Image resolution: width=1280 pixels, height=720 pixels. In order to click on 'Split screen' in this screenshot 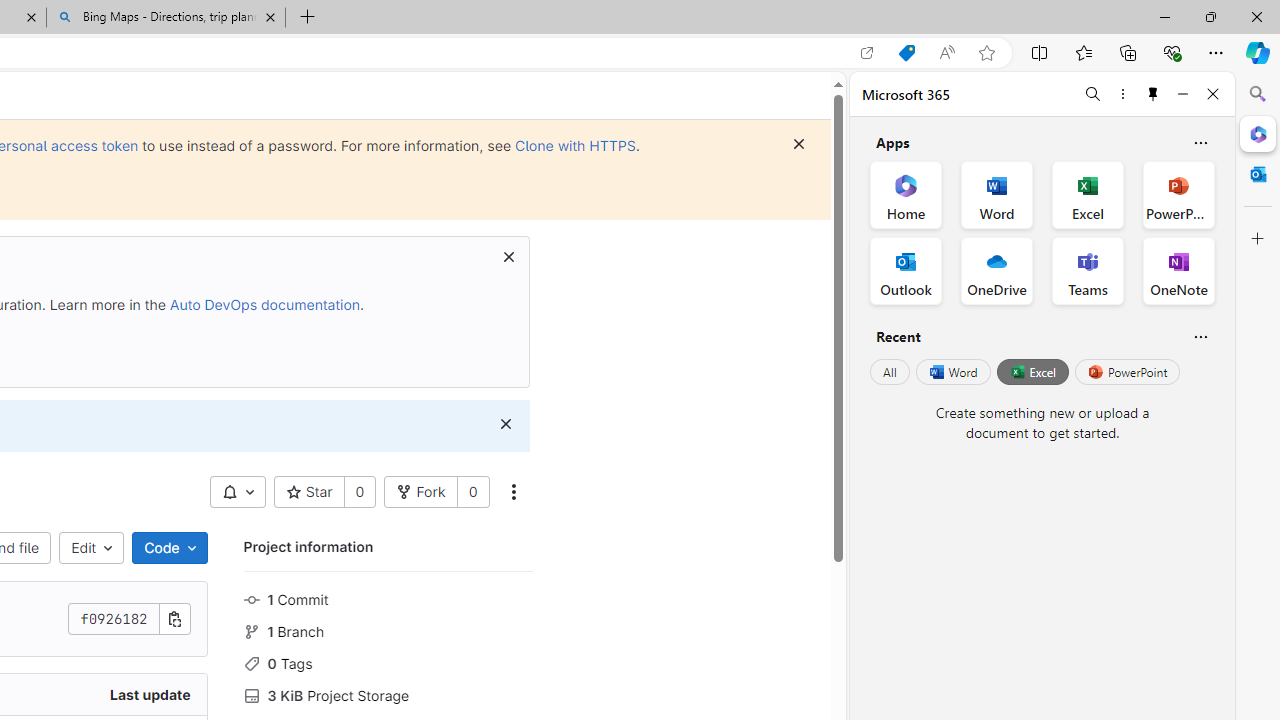, I will do `click(1040, 51)`.